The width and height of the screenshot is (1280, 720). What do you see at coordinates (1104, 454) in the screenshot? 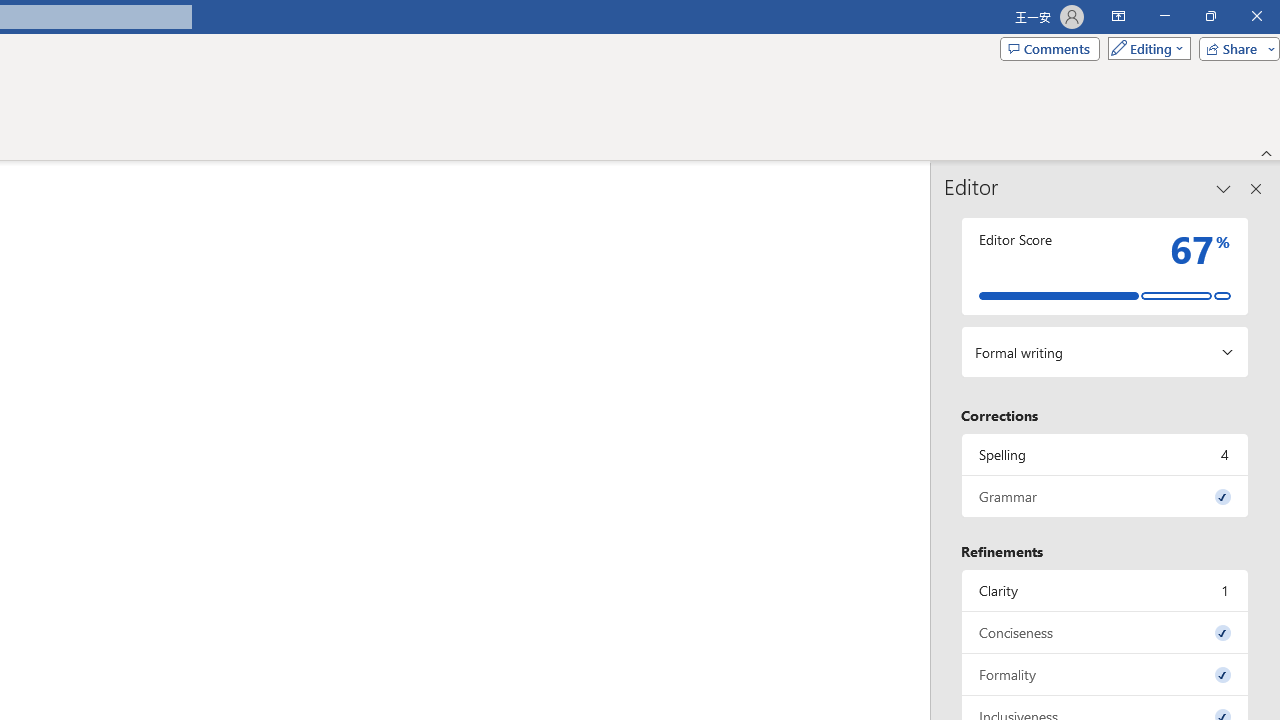
I see `'Spelling, 4 issues. Press space or enter to review items.'` at bounding box center [1104, 454].